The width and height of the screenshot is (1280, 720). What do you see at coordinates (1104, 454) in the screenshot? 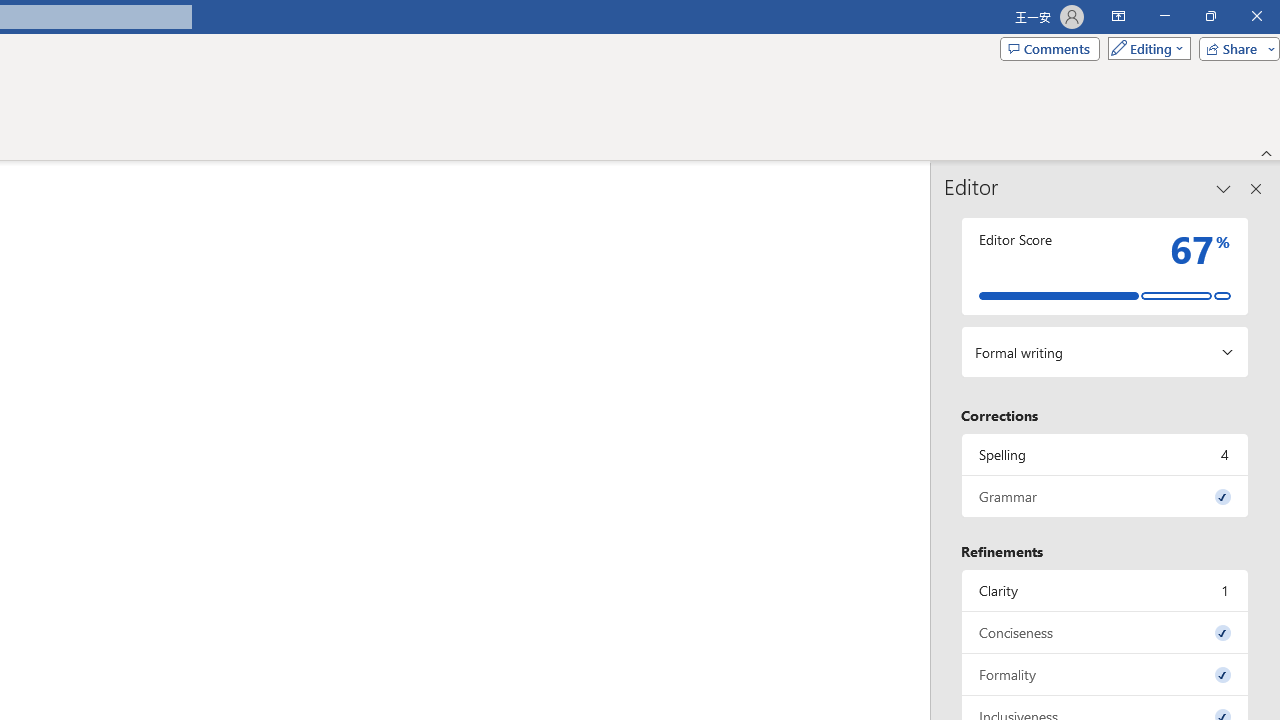
I see `'Spelling, 4 issues. Press space or enter to review items.'` at bounding box center [1104, 454].